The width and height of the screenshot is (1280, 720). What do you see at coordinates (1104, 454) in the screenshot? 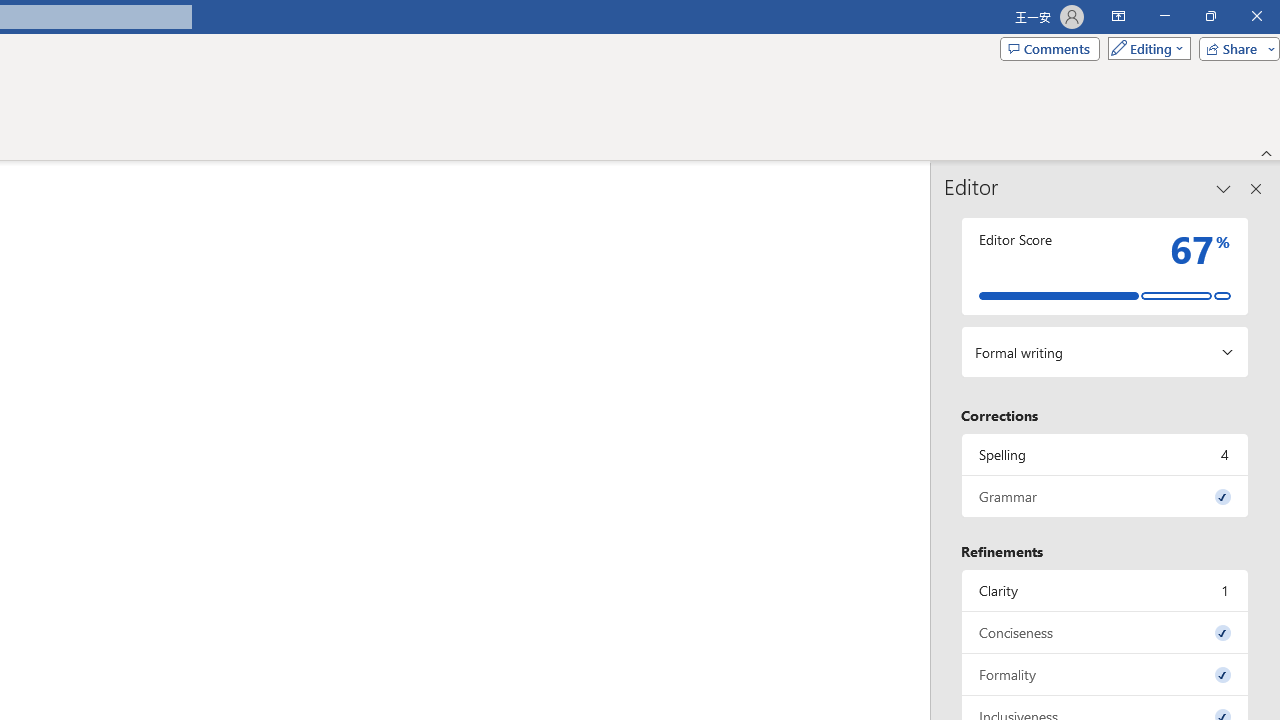
I see `'Spelling, 4 issues. Press space or enter to review items.'` at bounding box center [1104, 454].